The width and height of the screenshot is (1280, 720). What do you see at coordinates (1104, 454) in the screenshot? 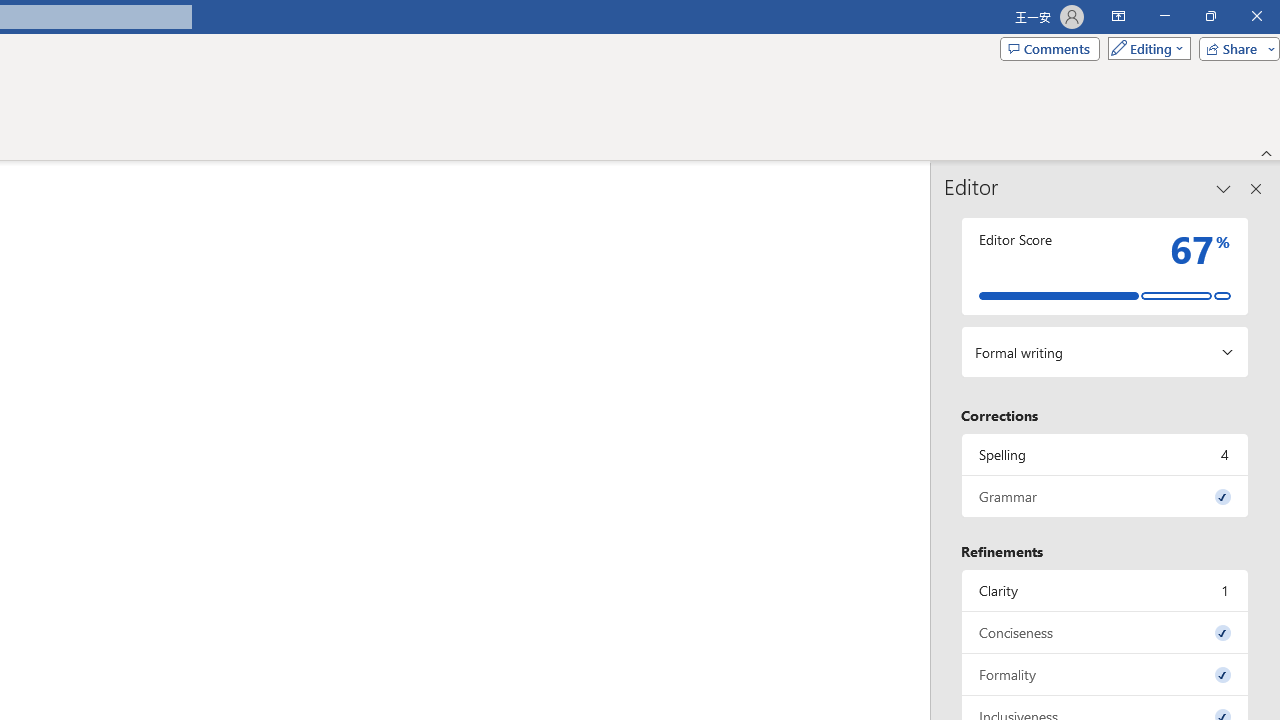
I see `'Spelling, 4 issues. Press space or enter to review items.'` at bounding box center [1104, 454].